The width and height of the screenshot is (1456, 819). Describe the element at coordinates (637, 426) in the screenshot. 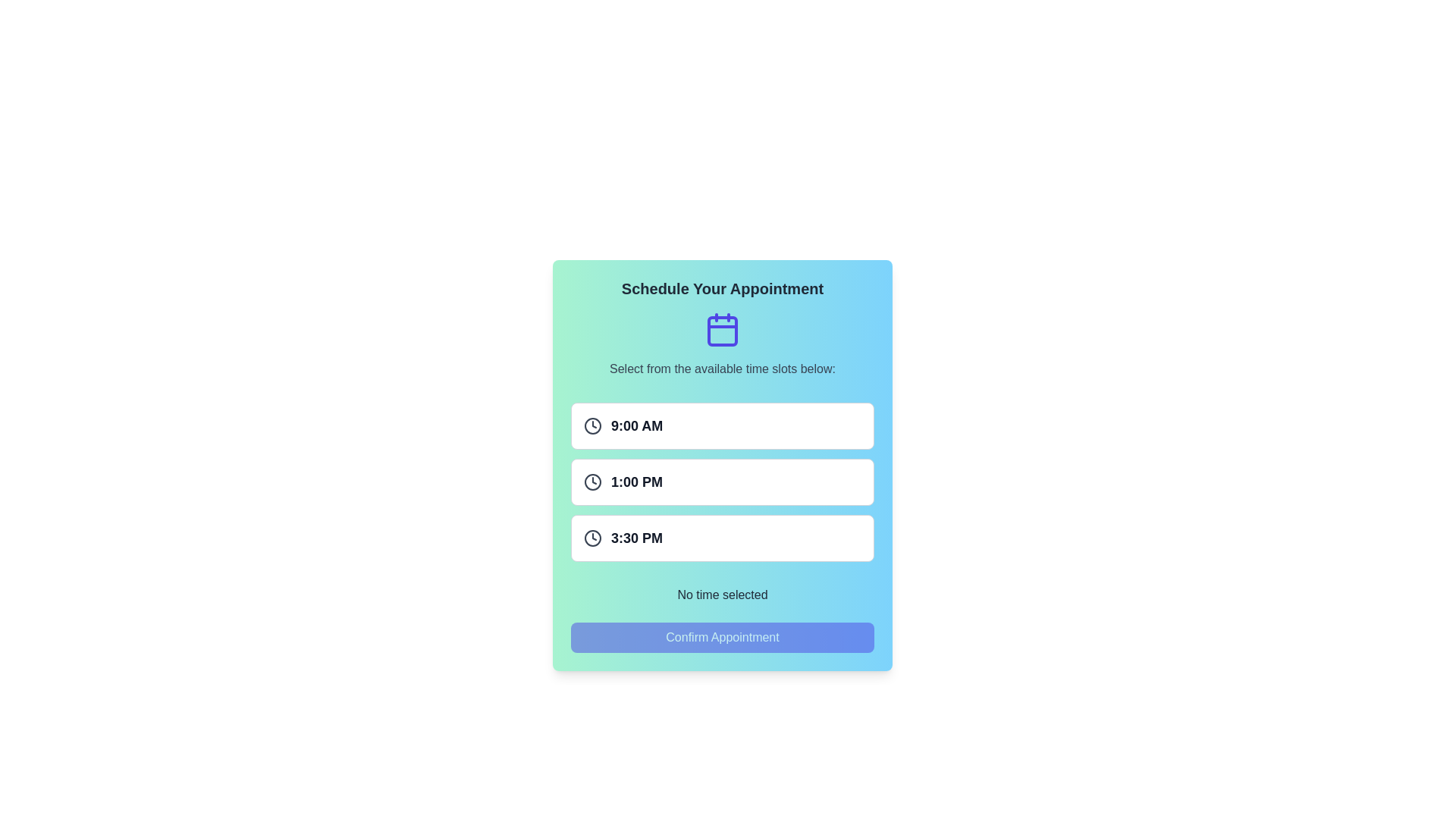

I see `the static text displaying '9:00 AM' which is bold and large in dark gray color, located in the first time slot of the appointment options list` at that location.